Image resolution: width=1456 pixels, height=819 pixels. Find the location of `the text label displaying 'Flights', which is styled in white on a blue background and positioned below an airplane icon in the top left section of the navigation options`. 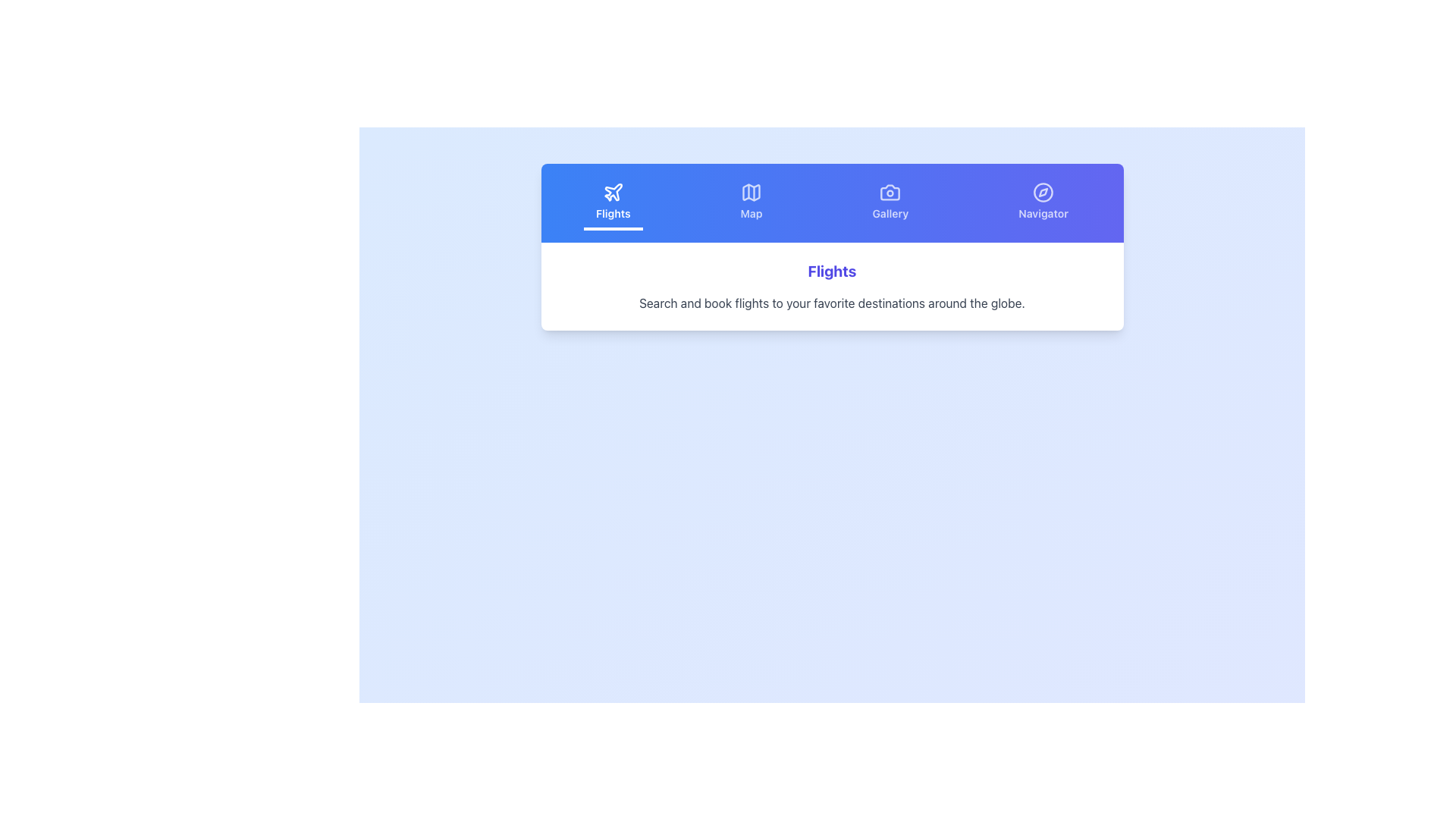

the text label displaying 'Flights', which is styled in white on a blue background and positioned below an airplane icon in the top left section of the navigation options is located at coordinates (613, 213).